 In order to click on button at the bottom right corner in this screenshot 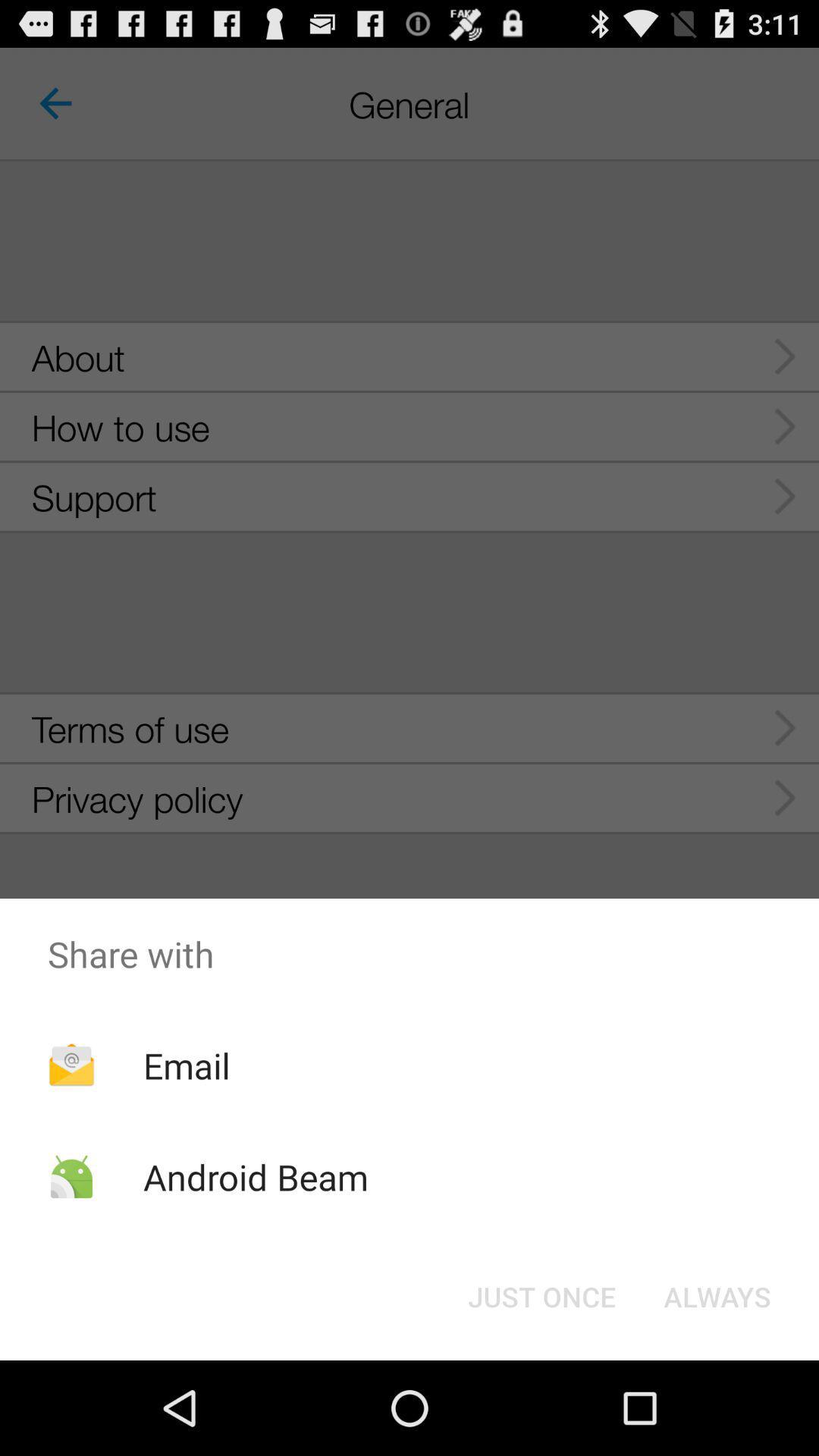, I will do `click(717, 1295)`.